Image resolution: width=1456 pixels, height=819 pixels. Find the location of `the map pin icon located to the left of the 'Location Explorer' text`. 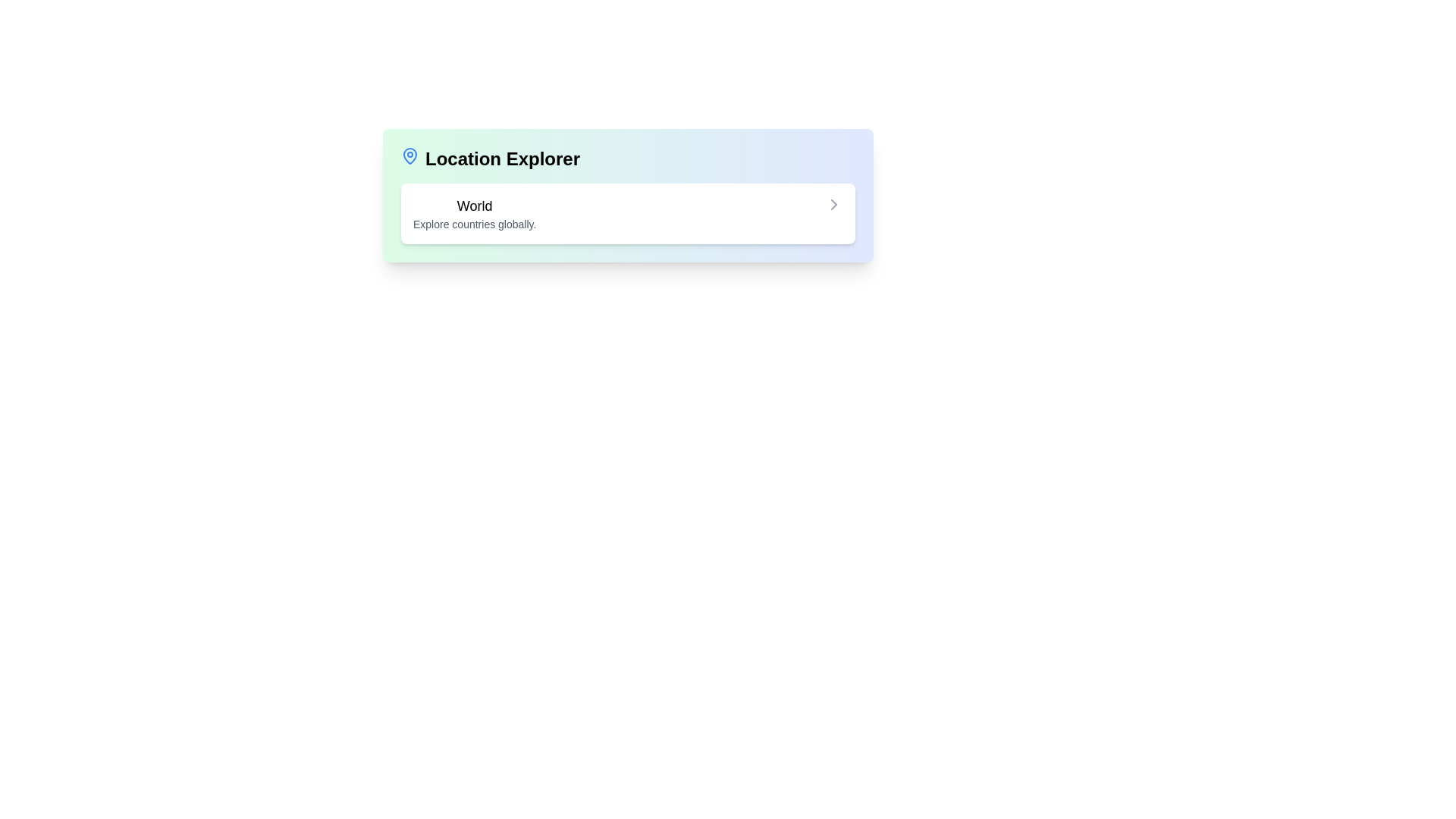

the map pin icon located to the left of the 'Location Explorer' text is located at coordinates (410, 155).